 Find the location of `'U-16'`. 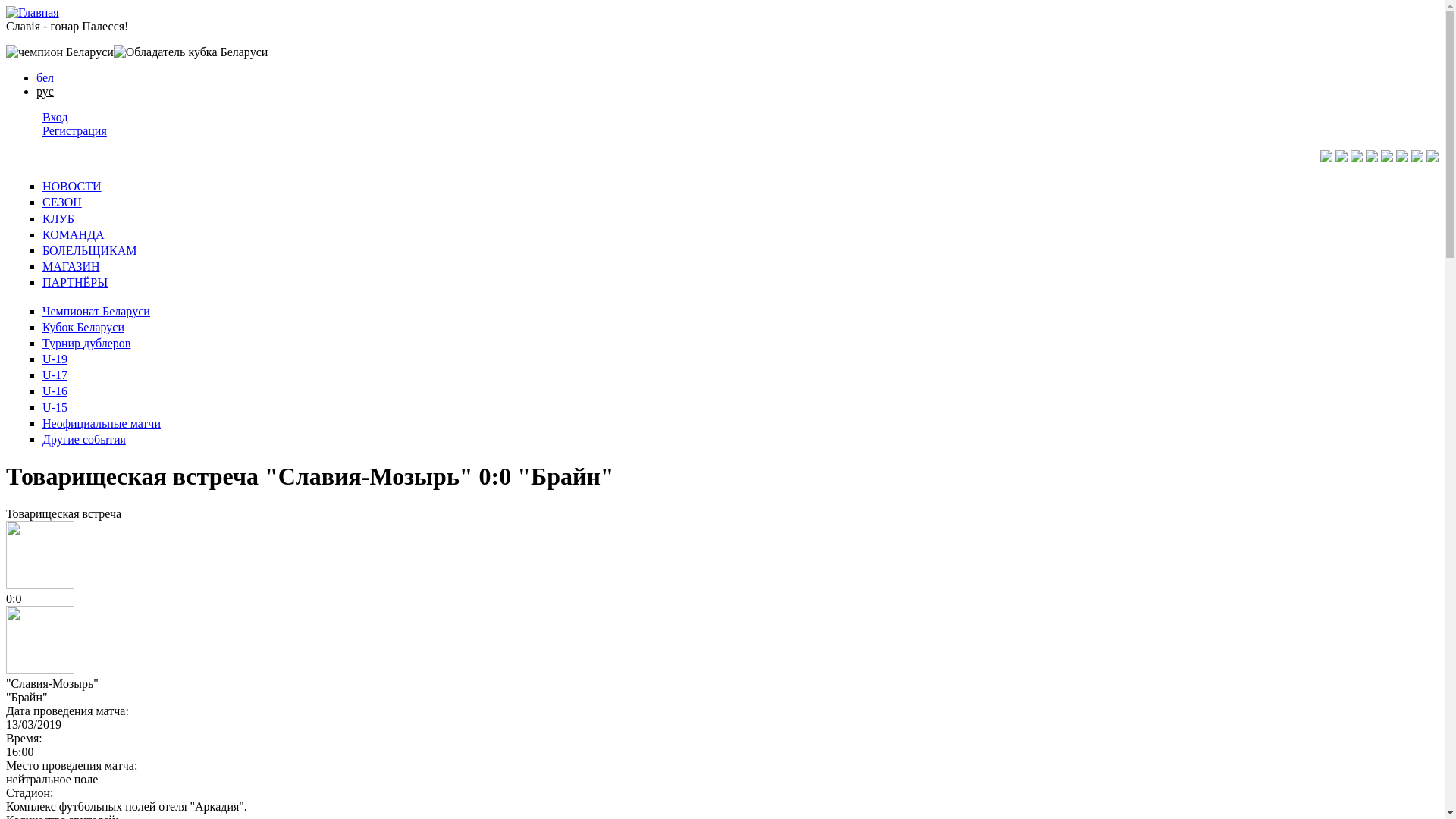

'U-16' is located at coordinates (55, 390).